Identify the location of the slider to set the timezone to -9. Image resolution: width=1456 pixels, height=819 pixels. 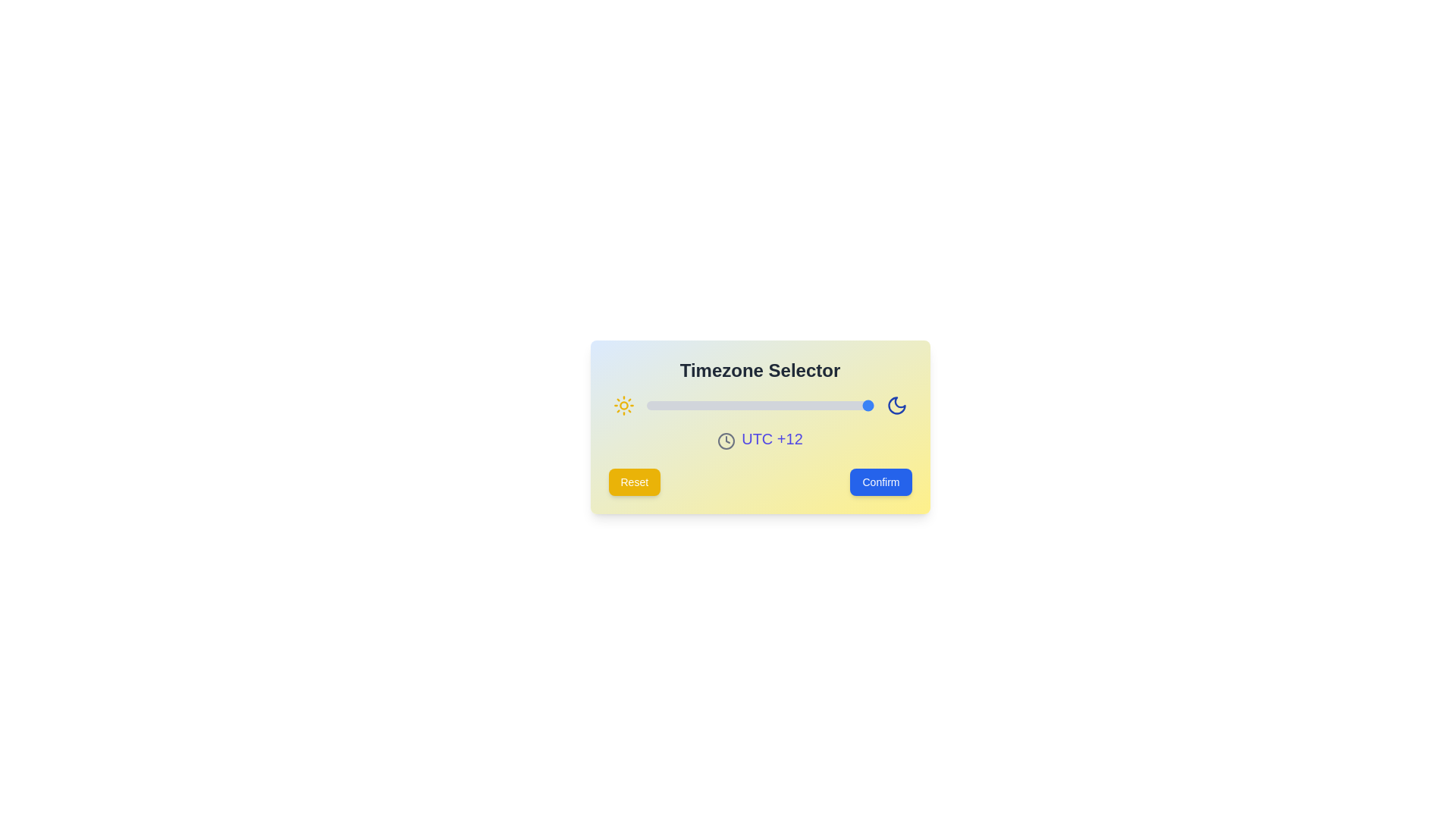
(673, 405).